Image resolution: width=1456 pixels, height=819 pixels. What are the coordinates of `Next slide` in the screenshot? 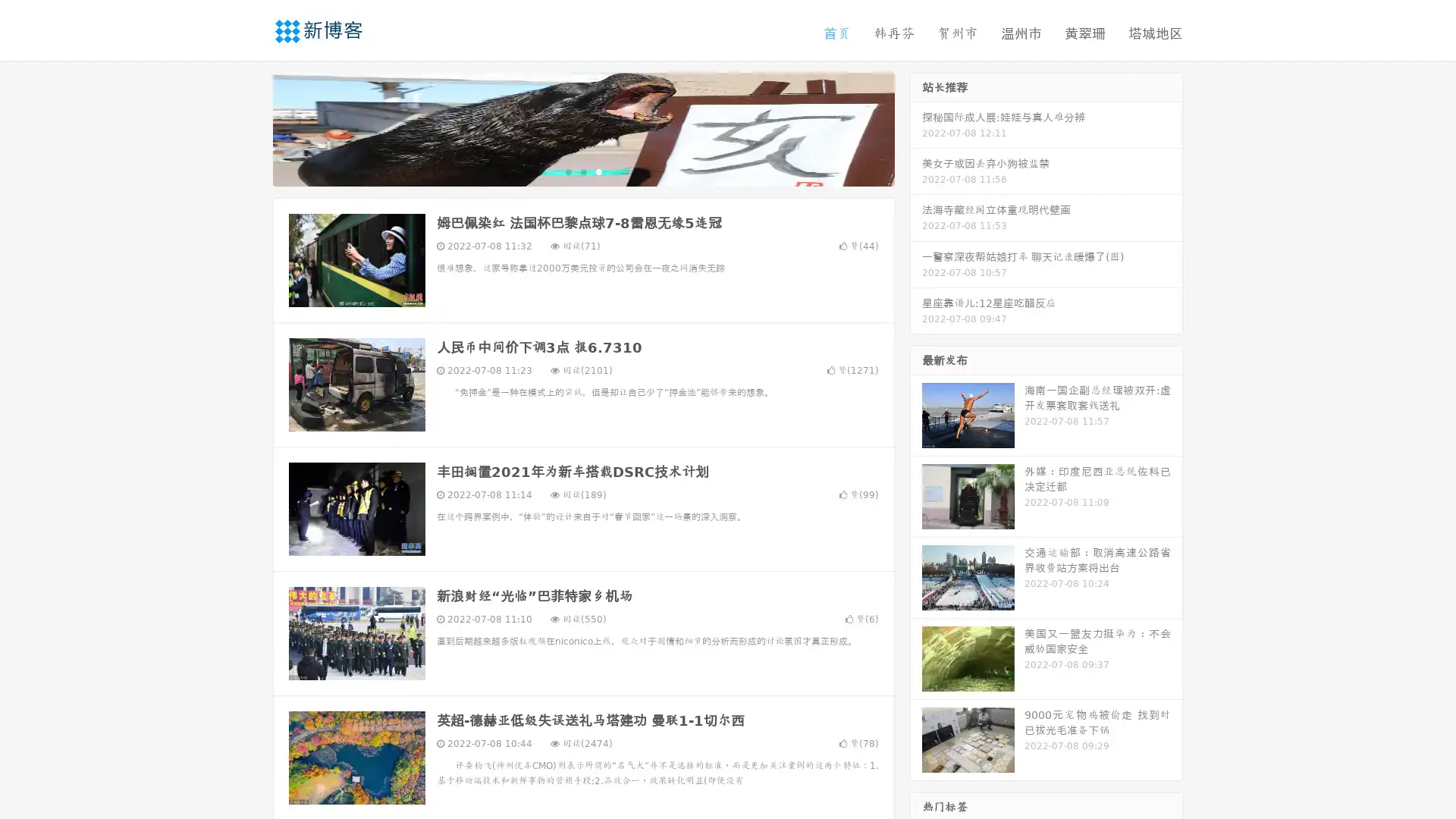 It's located at (916, 127).